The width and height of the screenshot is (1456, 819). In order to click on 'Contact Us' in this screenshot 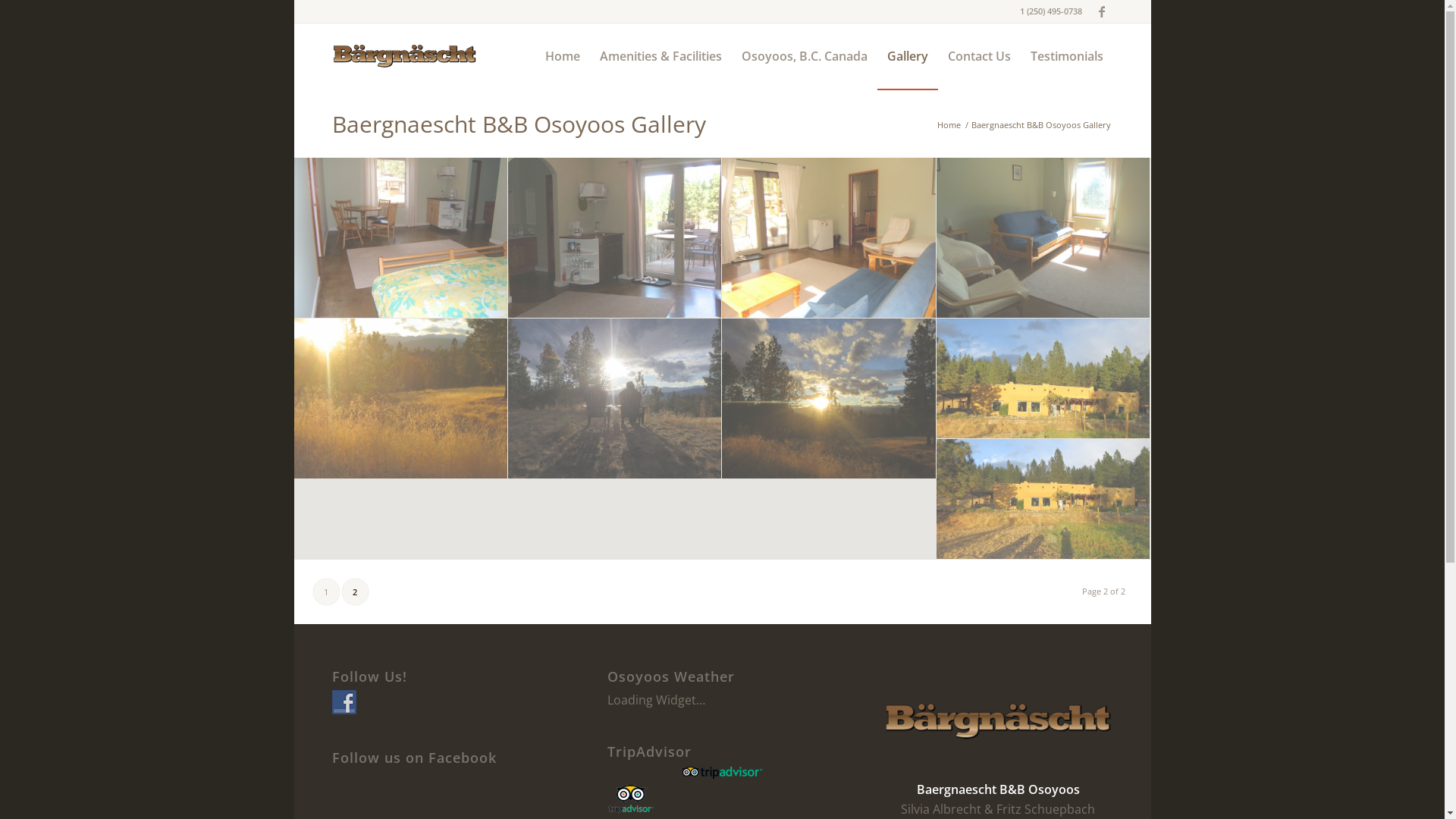, I will do `click(937, 55)`.